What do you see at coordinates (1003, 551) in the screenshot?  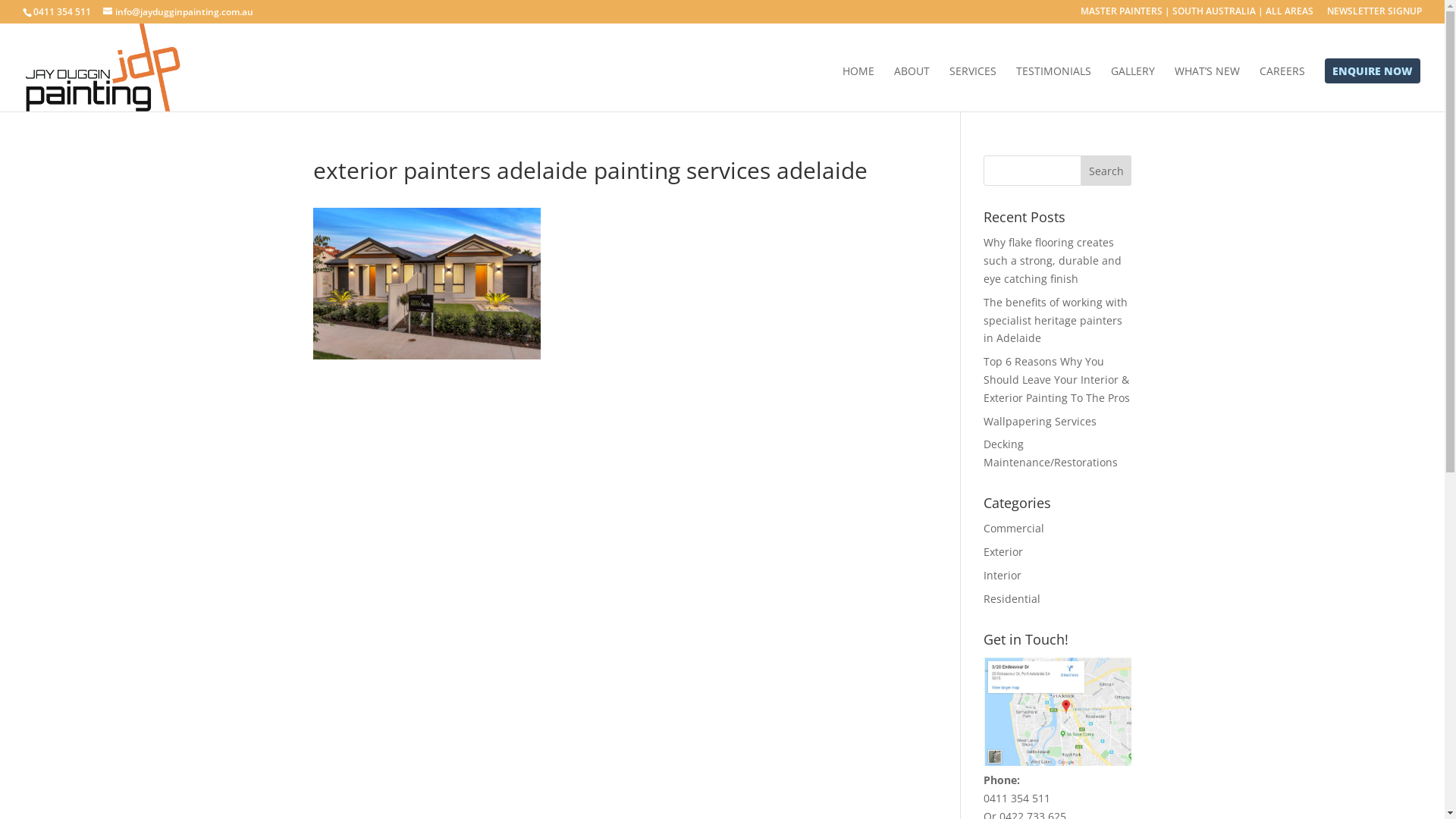 I see `'Exterior'` at bounding box center [1003, 551].